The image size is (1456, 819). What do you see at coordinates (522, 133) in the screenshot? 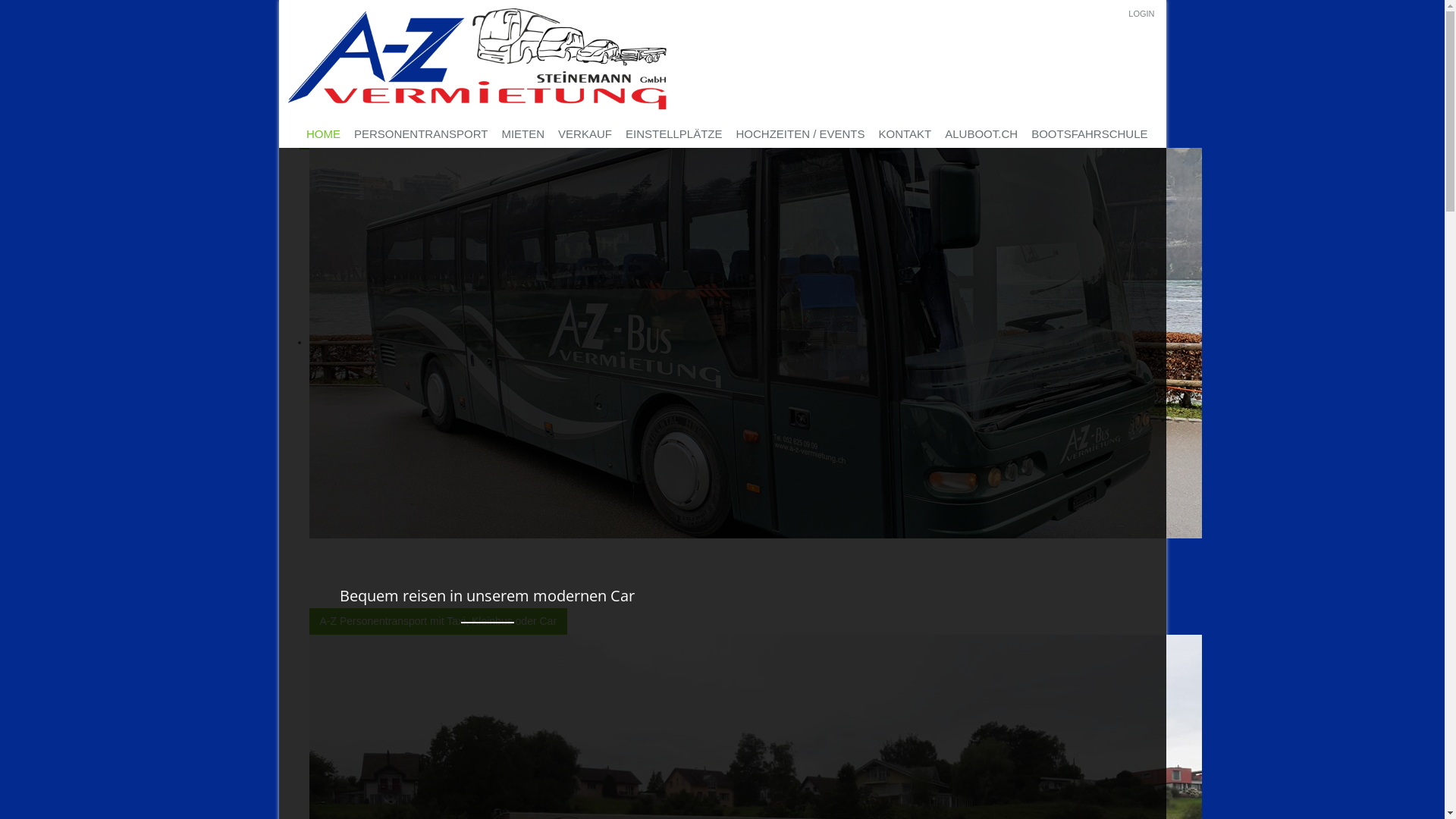
I see `'MIETEN'` at bounding box center [522, 133].